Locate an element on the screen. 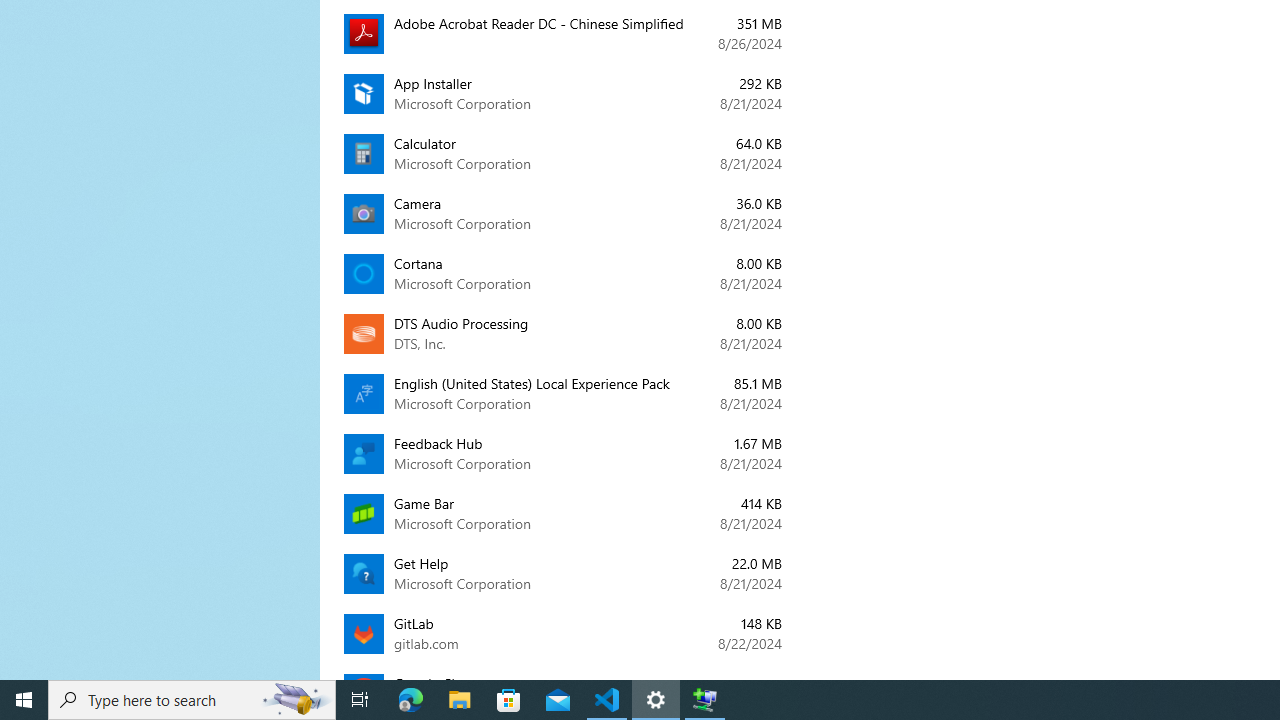 Image resolution: width=1280 pixels, height=720 pixels. 'Type here to search' is located at coordinates (192, 698).